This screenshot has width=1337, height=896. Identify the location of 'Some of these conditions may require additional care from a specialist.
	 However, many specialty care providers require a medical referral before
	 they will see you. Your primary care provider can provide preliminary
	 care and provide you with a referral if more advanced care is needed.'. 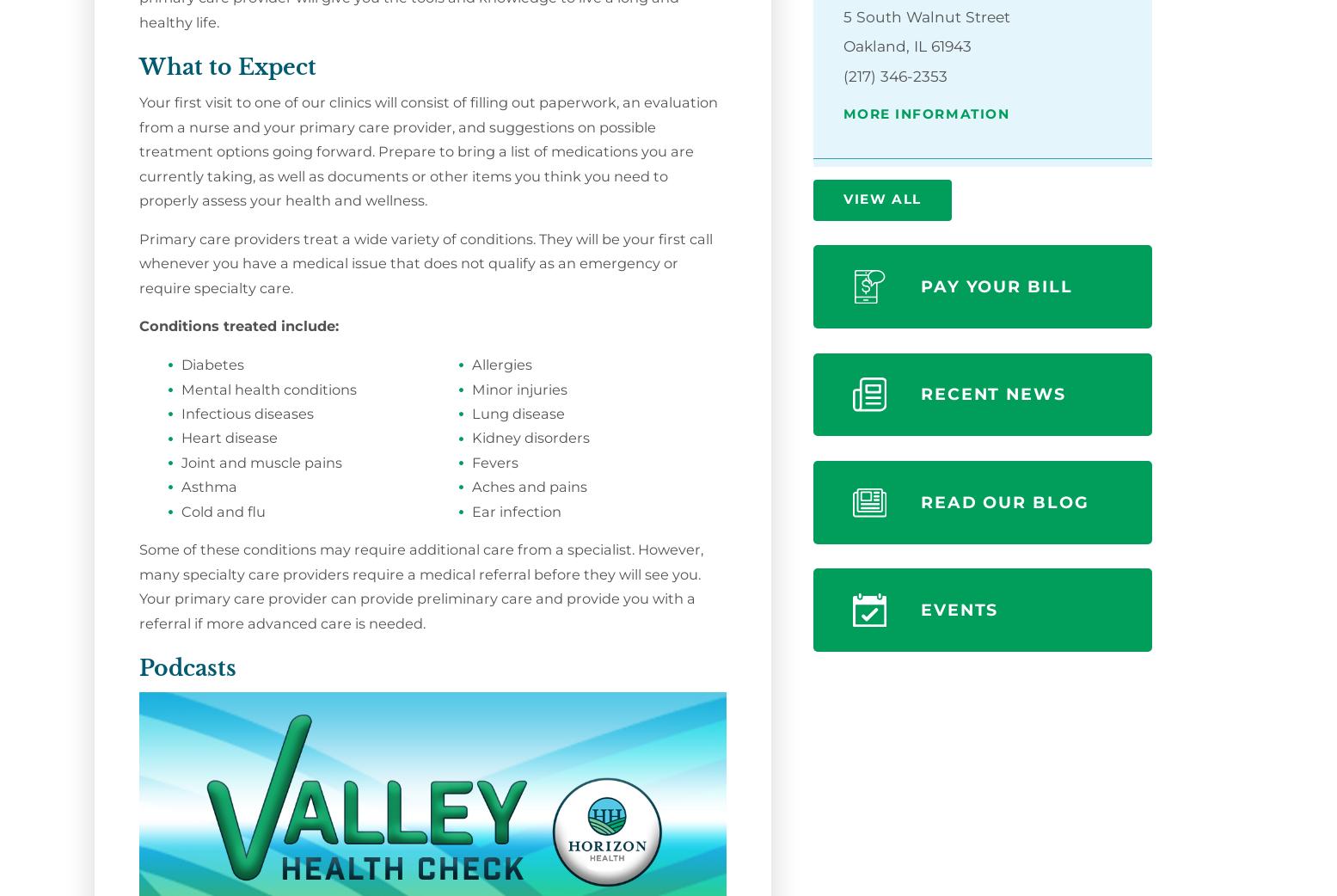
(420, 586).